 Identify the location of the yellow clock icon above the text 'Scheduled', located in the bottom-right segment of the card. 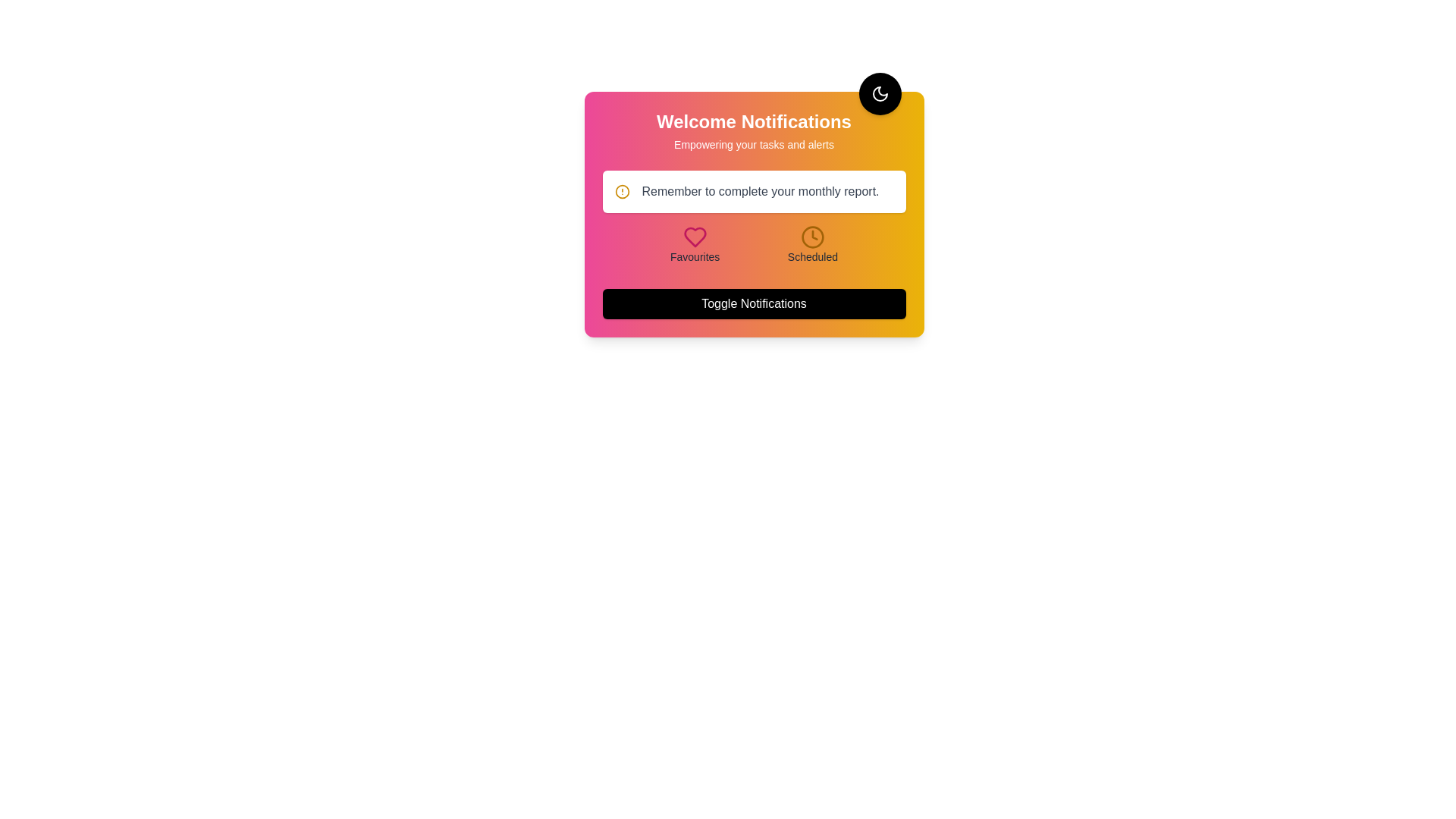
(811, 237).